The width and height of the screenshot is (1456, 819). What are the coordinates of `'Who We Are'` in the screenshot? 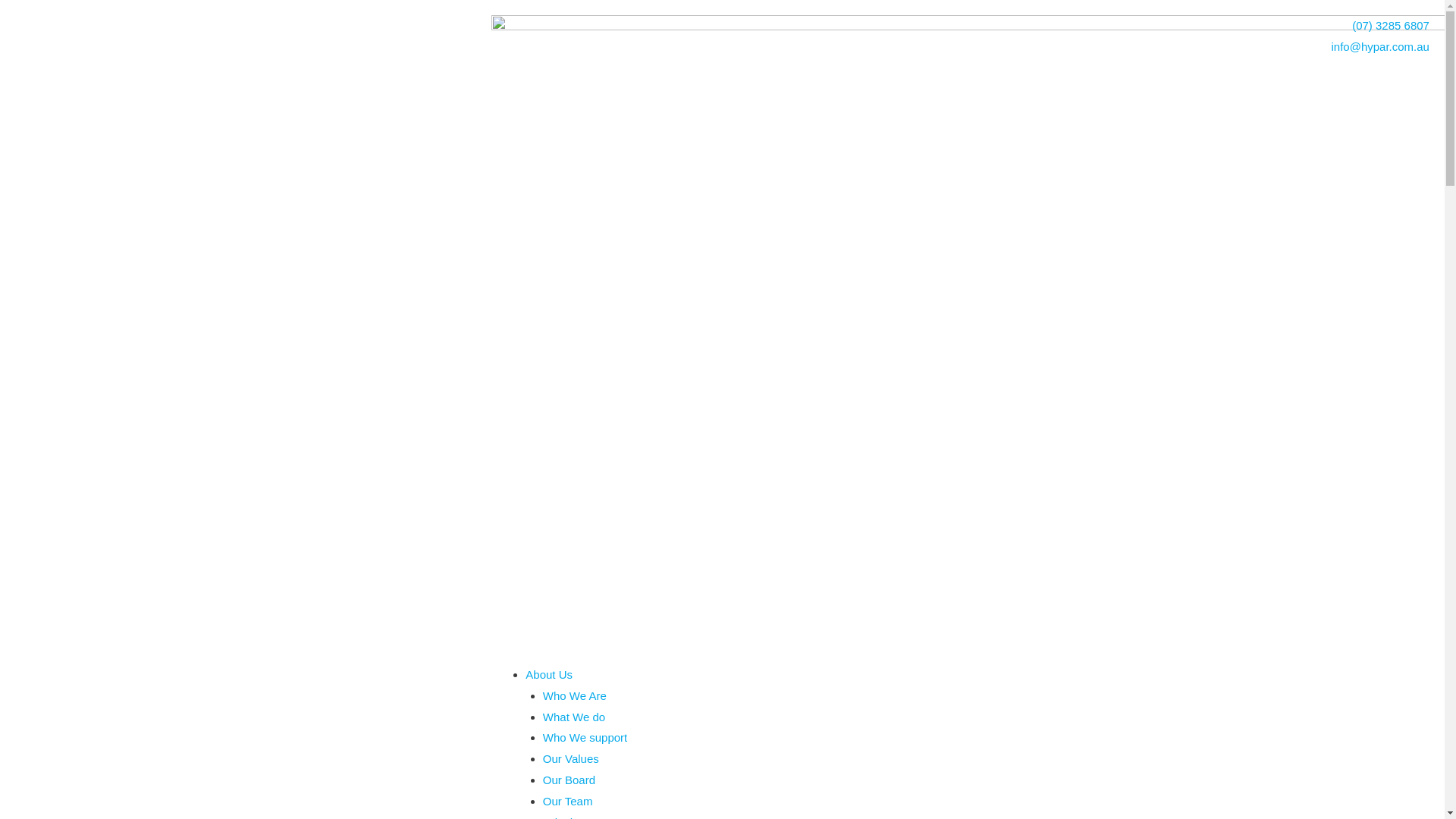 It's located at (574, 695).